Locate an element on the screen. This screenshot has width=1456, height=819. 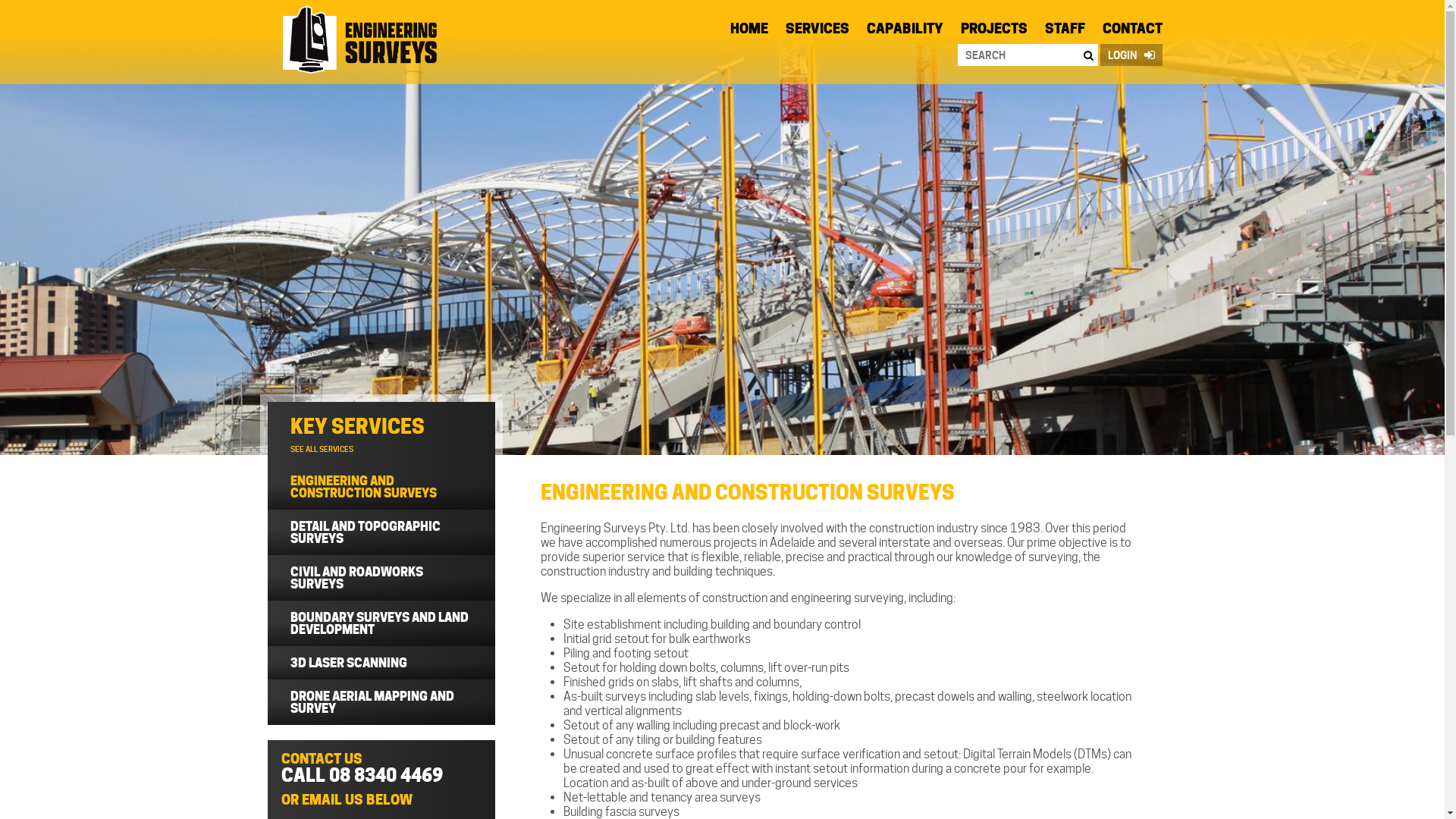
'DETAIL AND TOPOGRAPHIC SURVEYS' is located at coordinates (381, 532).